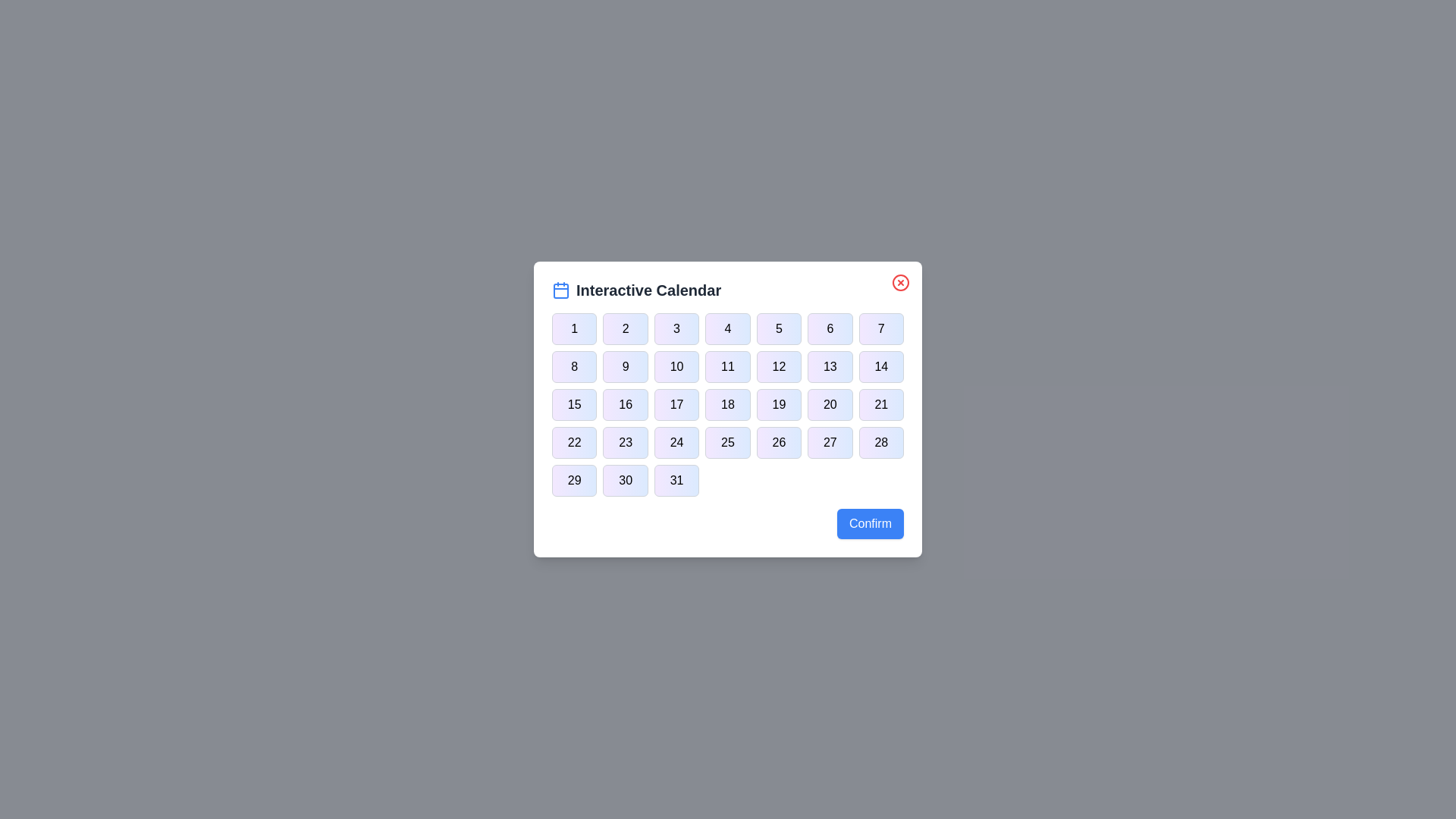 The image size is (1456, 819). I want to click on the 'Confirm' button to confirm the selection, so click(870, 522).